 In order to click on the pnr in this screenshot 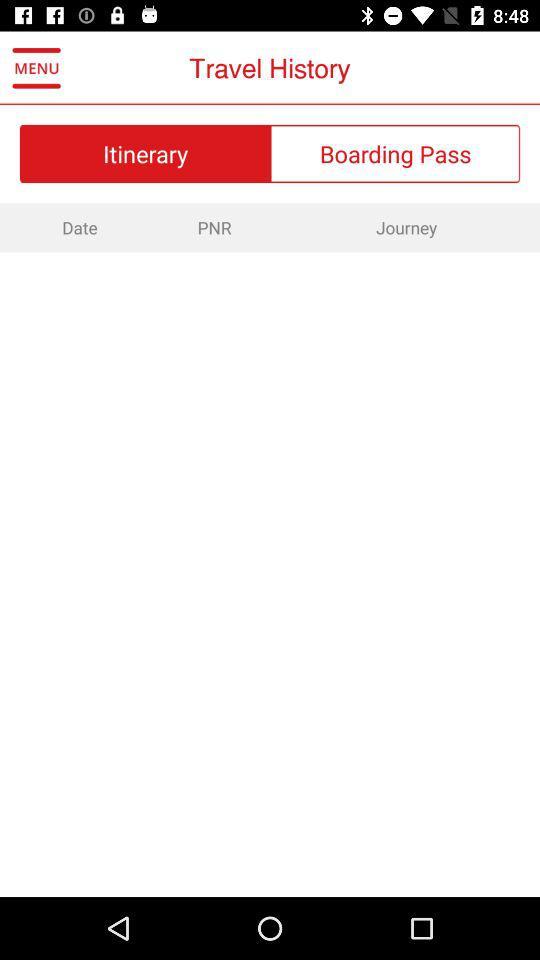, I will do `click(213, 227)`.